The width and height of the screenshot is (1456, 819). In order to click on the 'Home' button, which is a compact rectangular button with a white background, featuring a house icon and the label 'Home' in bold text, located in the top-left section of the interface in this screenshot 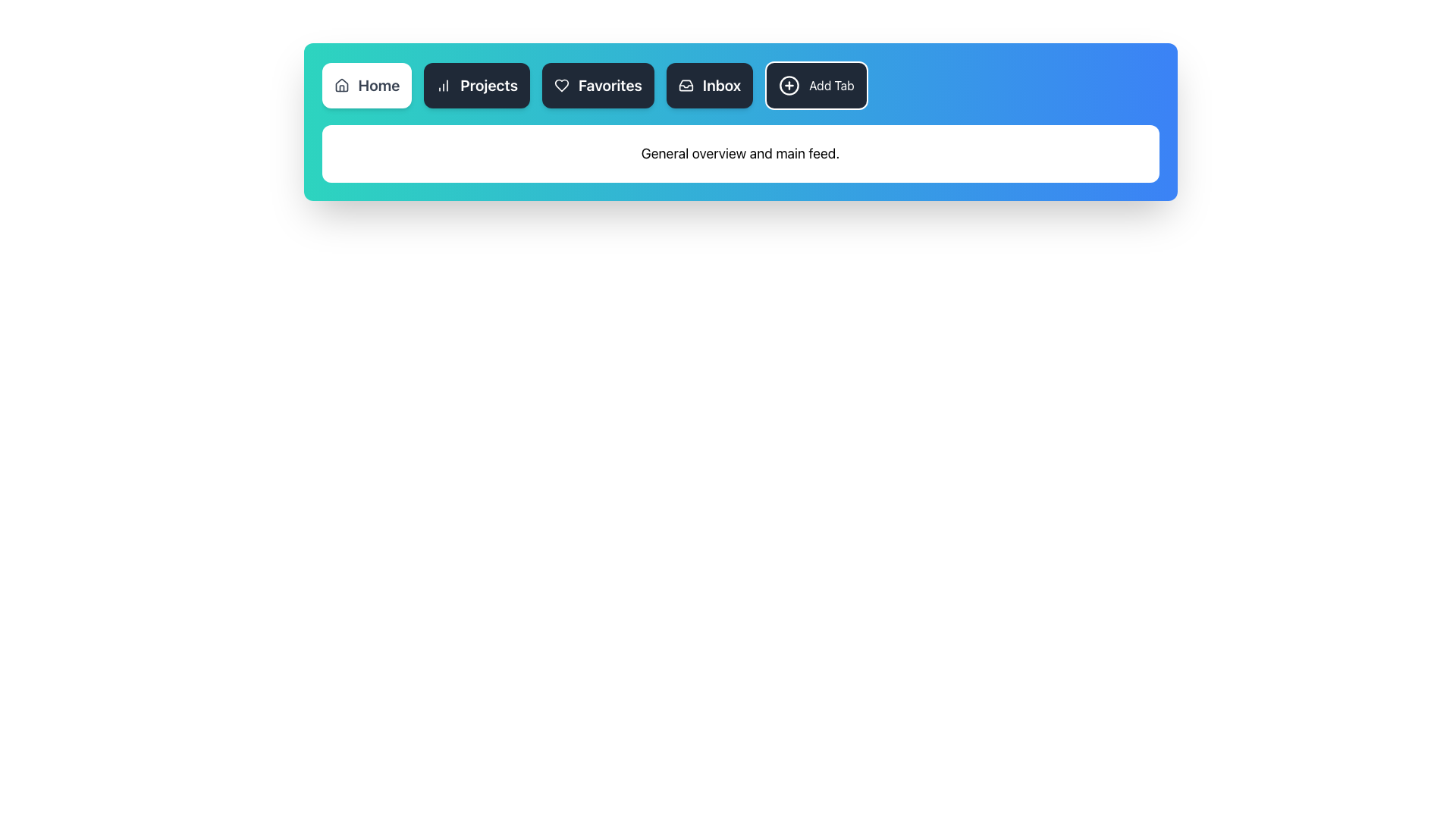, I will do `click(366, 85)`.